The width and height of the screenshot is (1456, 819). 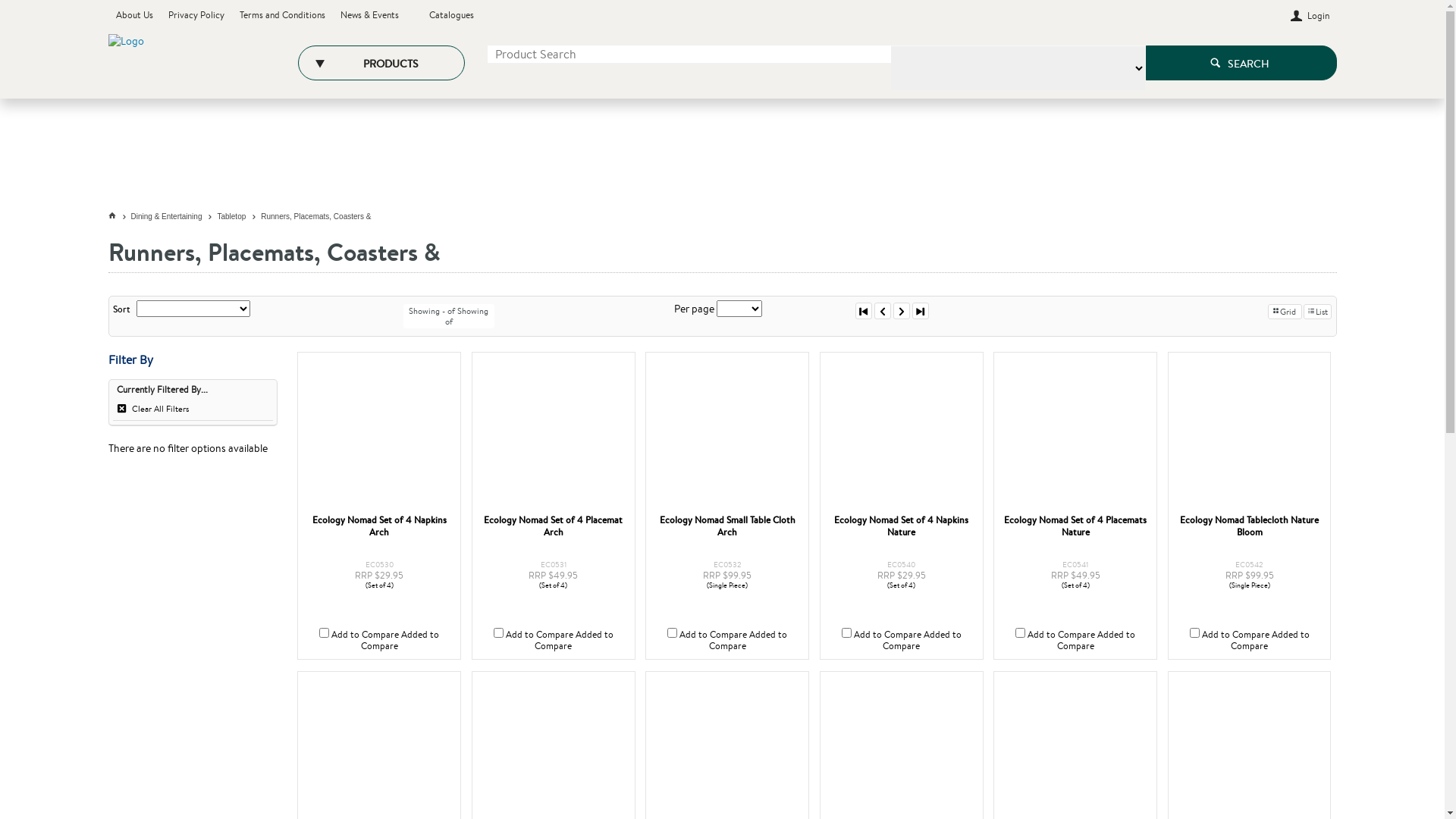 I want to click on 'Clear All Filters', so click(x=191, y=409).